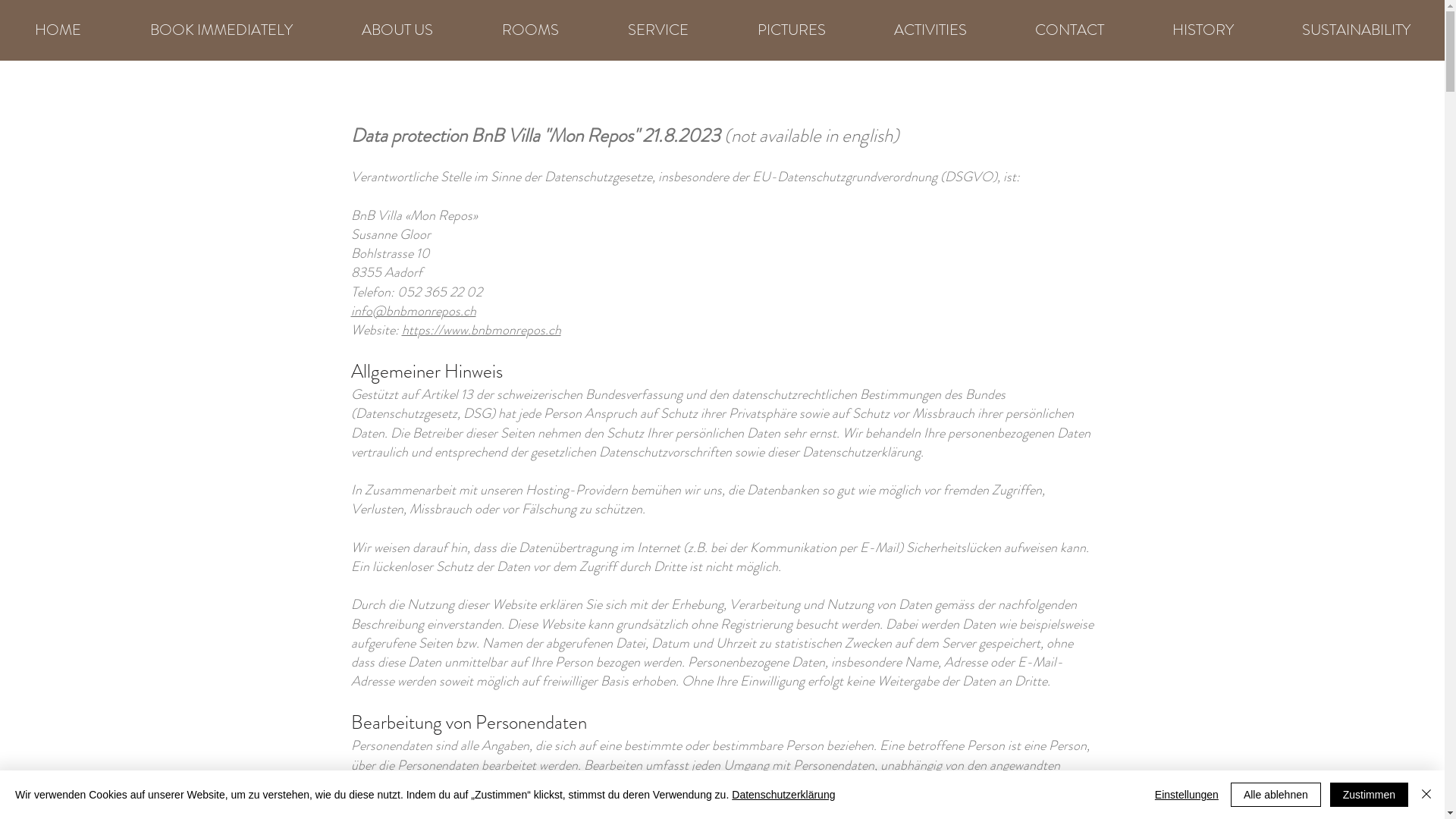  What do you see at coordinates (466, 30) in the screenshot?
I see `'ROOMS'` at bounding box center [466, 30].